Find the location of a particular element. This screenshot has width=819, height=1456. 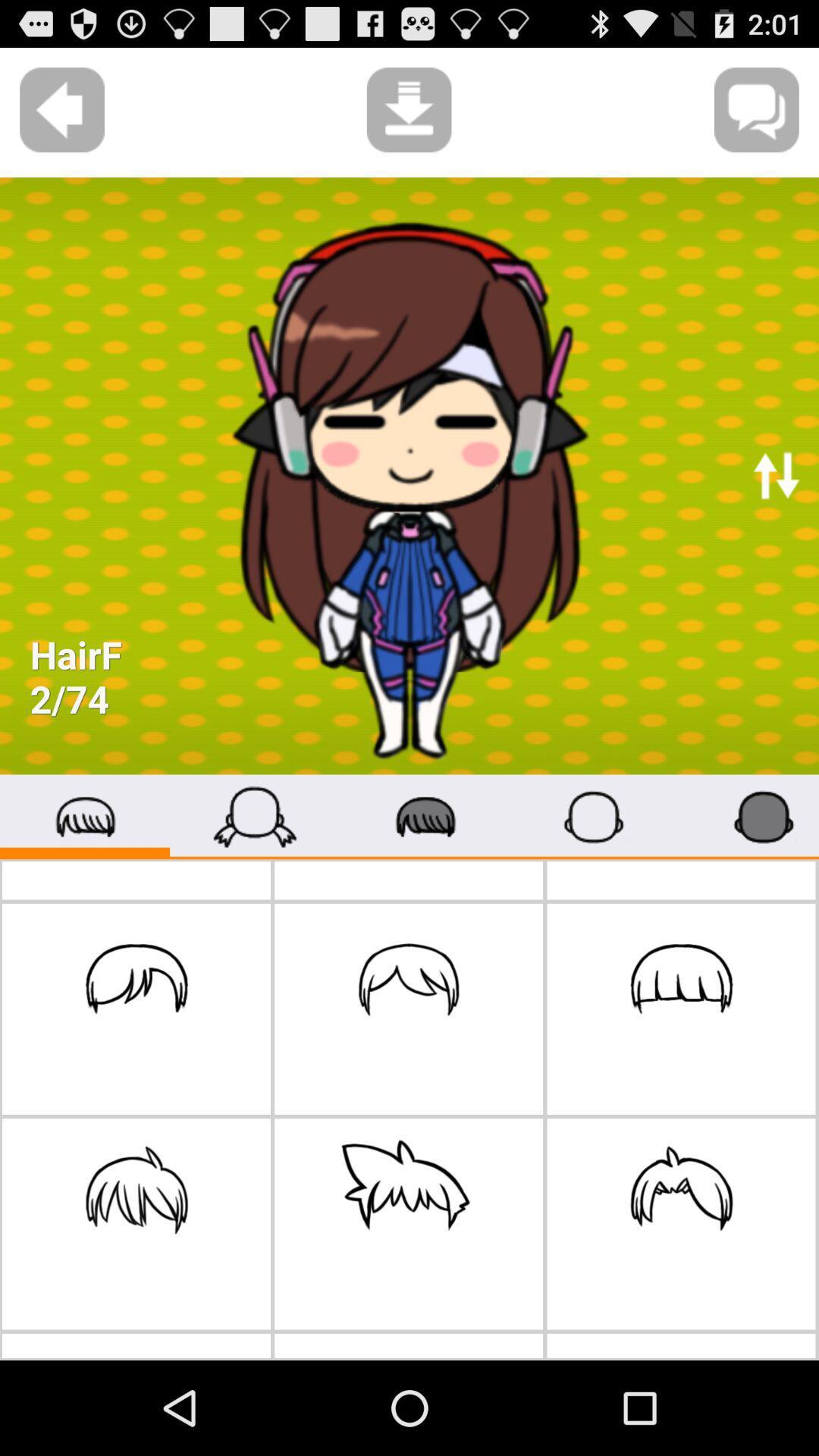

the arrow_backward icon is located at coordinates (61, 117).